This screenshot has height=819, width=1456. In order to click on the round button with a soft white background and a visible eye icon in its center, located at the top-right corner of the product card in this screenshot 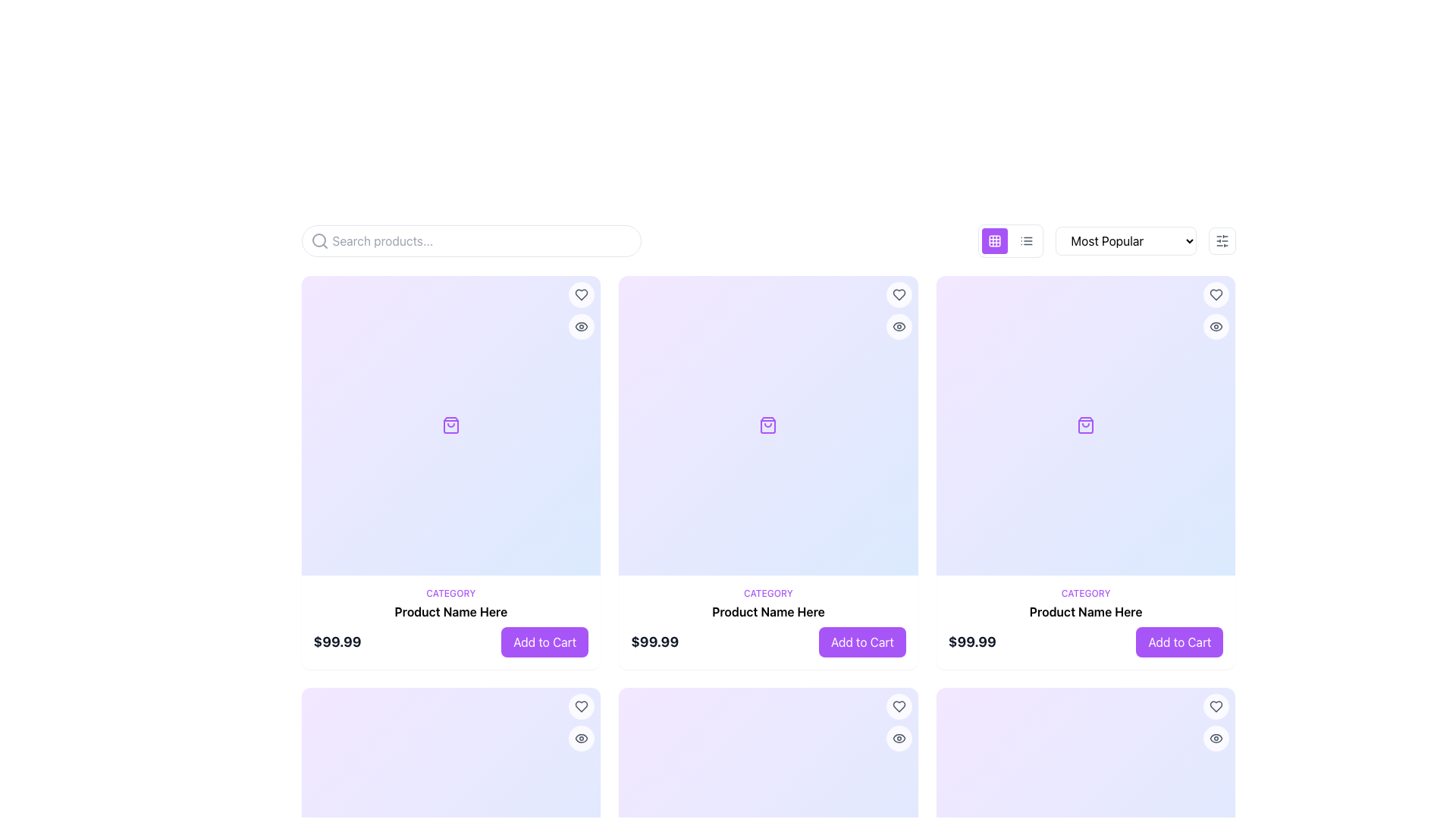, I will do `click(1216, 326)`.